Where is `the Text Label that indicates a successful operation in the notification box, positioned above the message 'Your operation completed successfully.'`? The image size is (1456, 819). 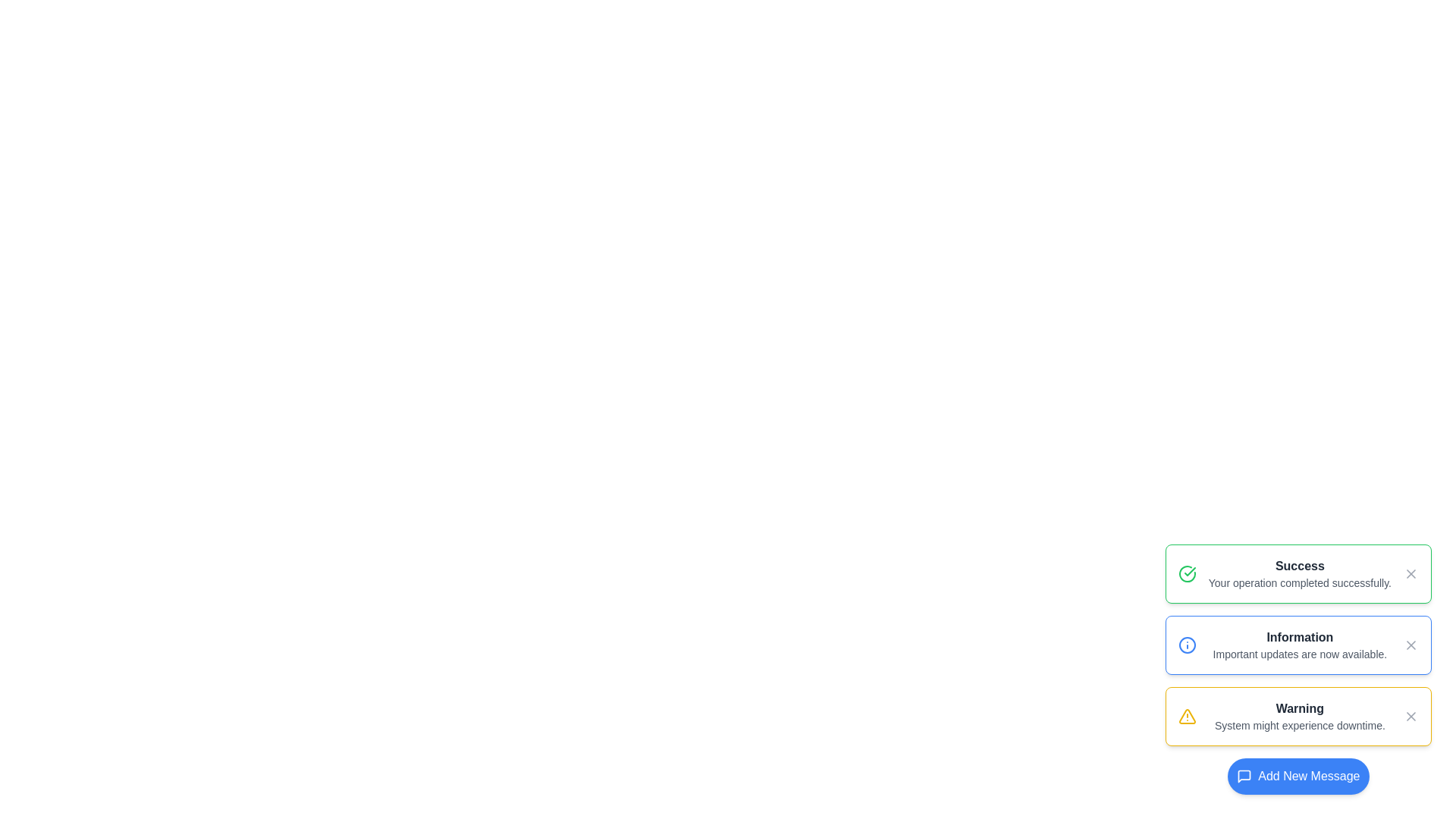
the Text Label that indicates a successful operation in the notification box, positioned above the message 'Your operation completed successfully.' is located at coordinates (1299, 566).